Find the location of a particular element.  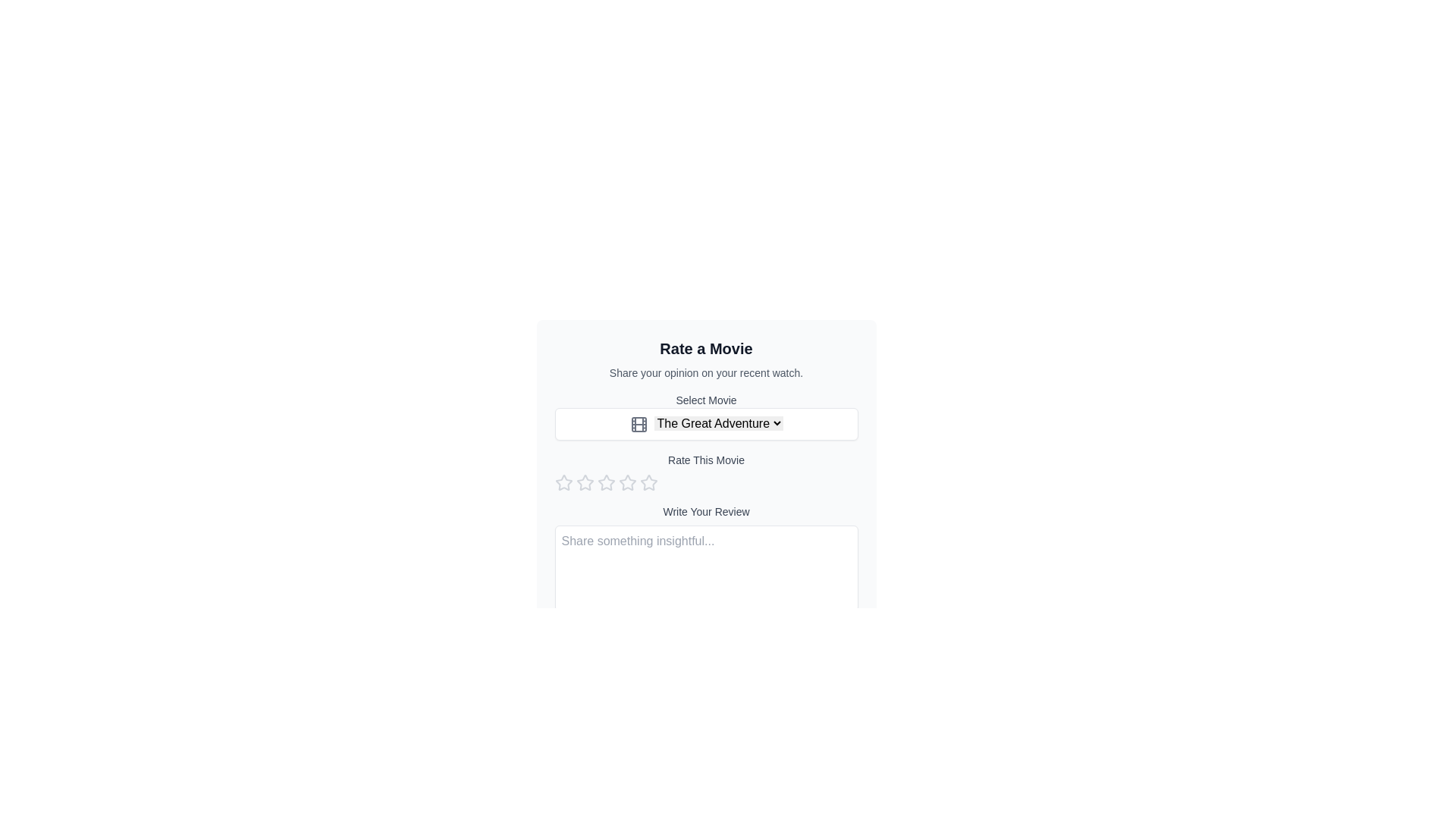

the text label that reads 'Share your opinion on your recent watch.', which is positioned below the 'Rate a Movie' title header and above the 'Select Movie' dropdown is located at coordinates (705, 373).